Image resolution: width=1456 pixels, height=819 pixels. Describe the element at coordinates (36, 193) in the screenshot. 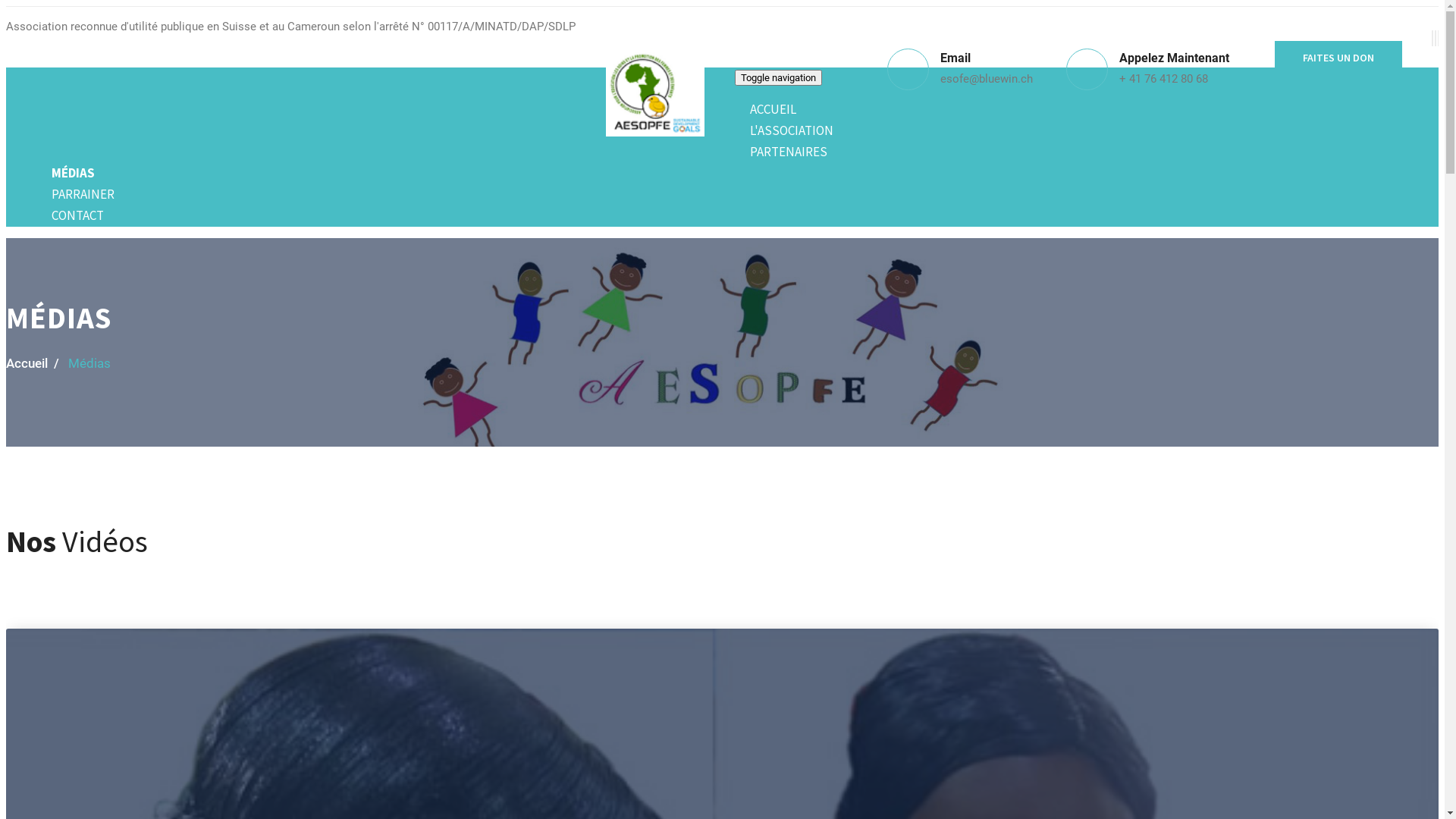

I see `'PARRAINER'` at that location.